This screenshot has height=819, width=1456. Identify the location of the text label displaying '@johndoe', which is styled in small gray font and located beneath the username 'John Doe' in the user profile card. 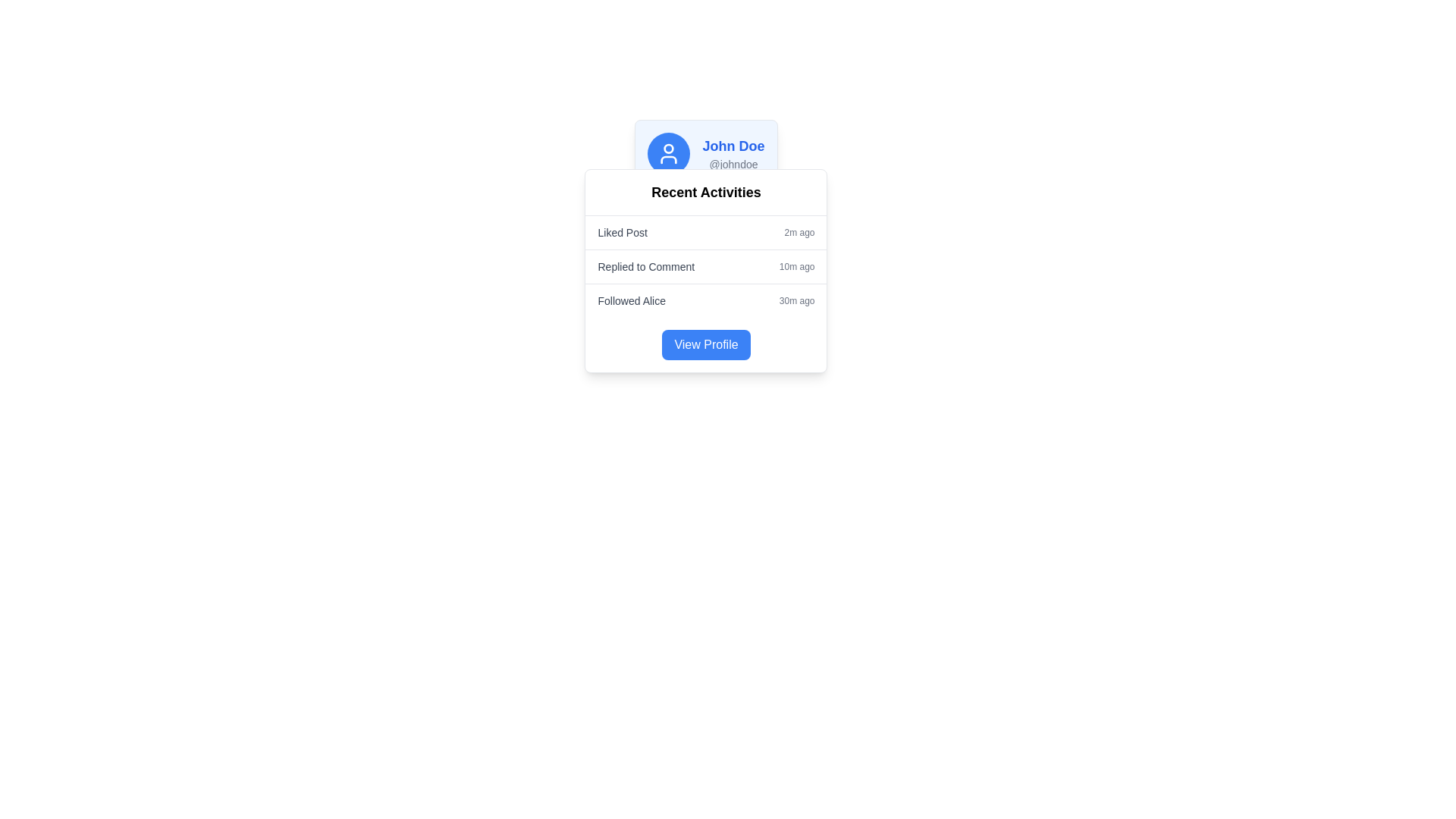
(733, 164).